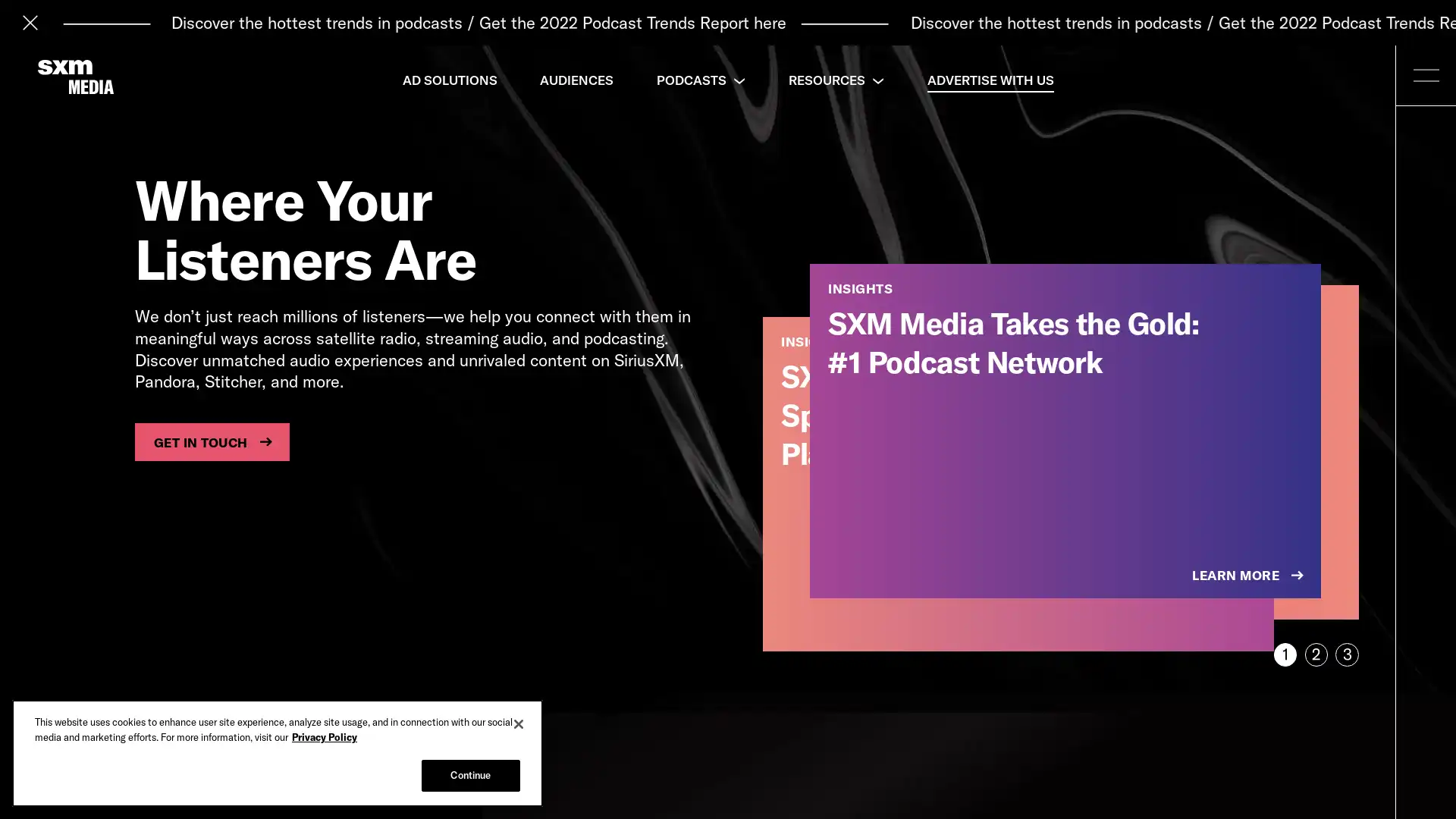 This screenshot has height=819, width=1456. Describe the element at coordinates (1284, 654) in the screenshot. I see `1` at that location.